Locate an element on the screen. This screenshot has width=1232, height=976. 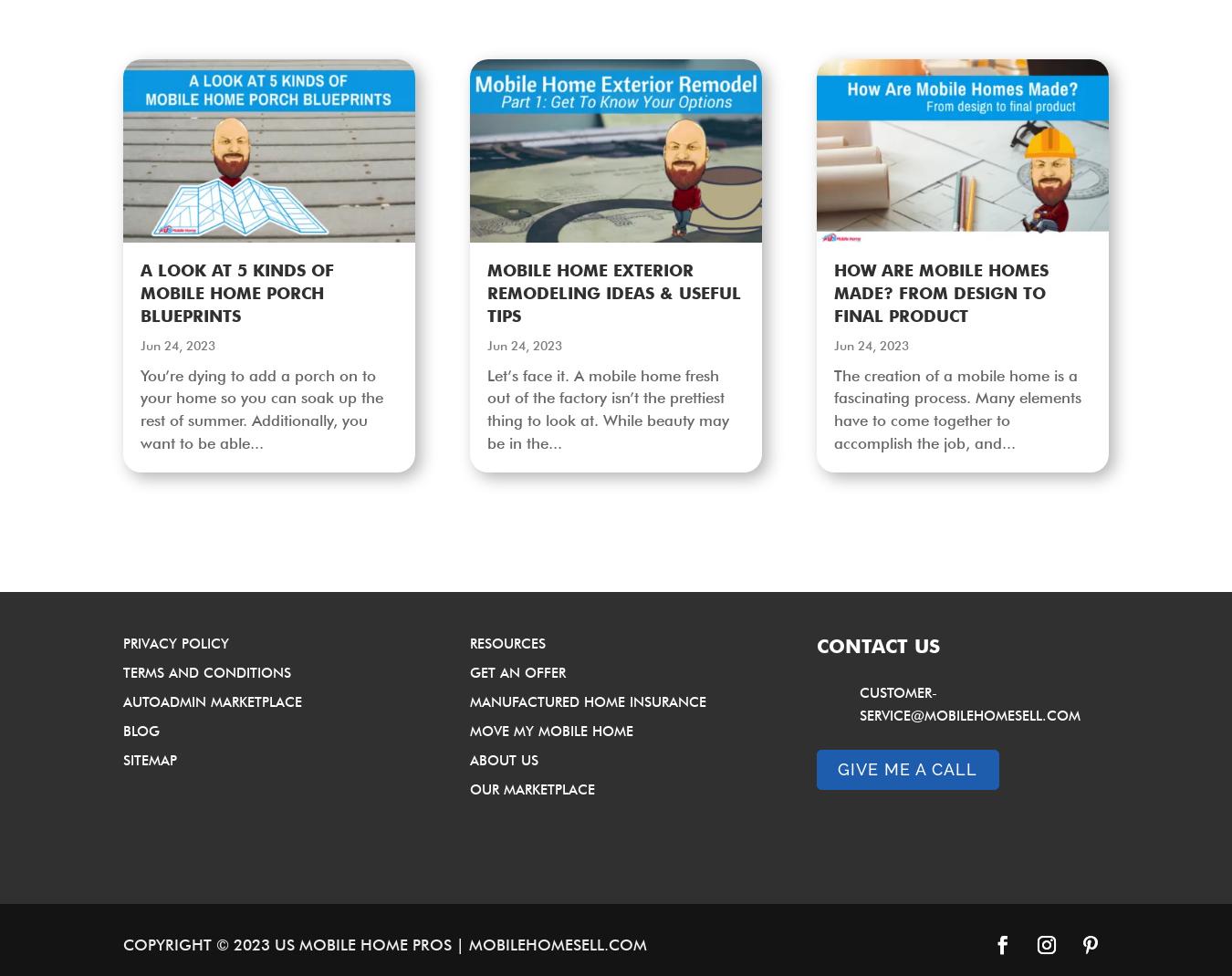
'Our Marketplace' is located at coordinates (467, 789).